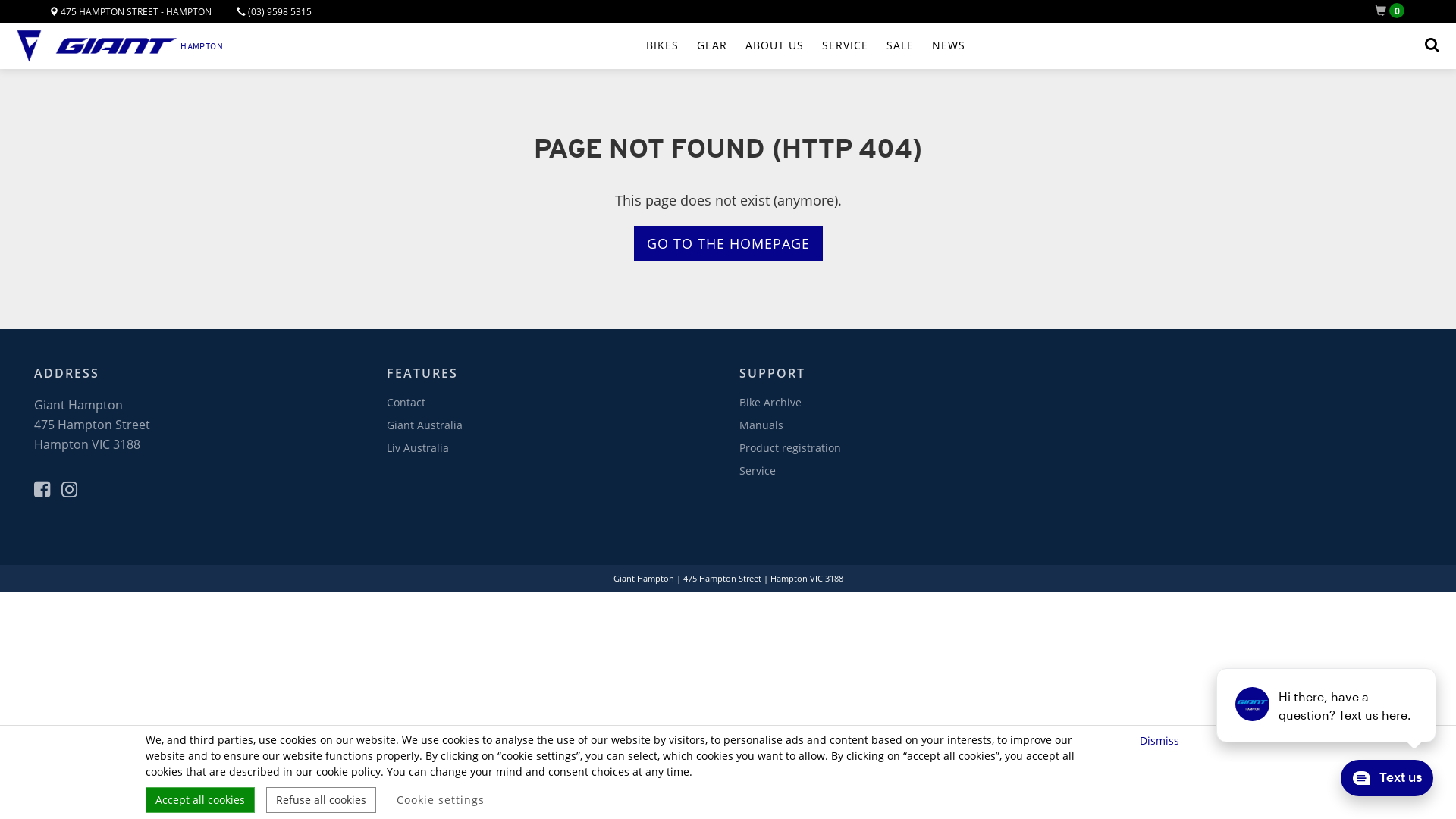 The height and width of the screenshot is (819, 1456). Describe the element at coordinates (320, 799) in the screenshot. I see `'Refuse all cookies'` at that location.